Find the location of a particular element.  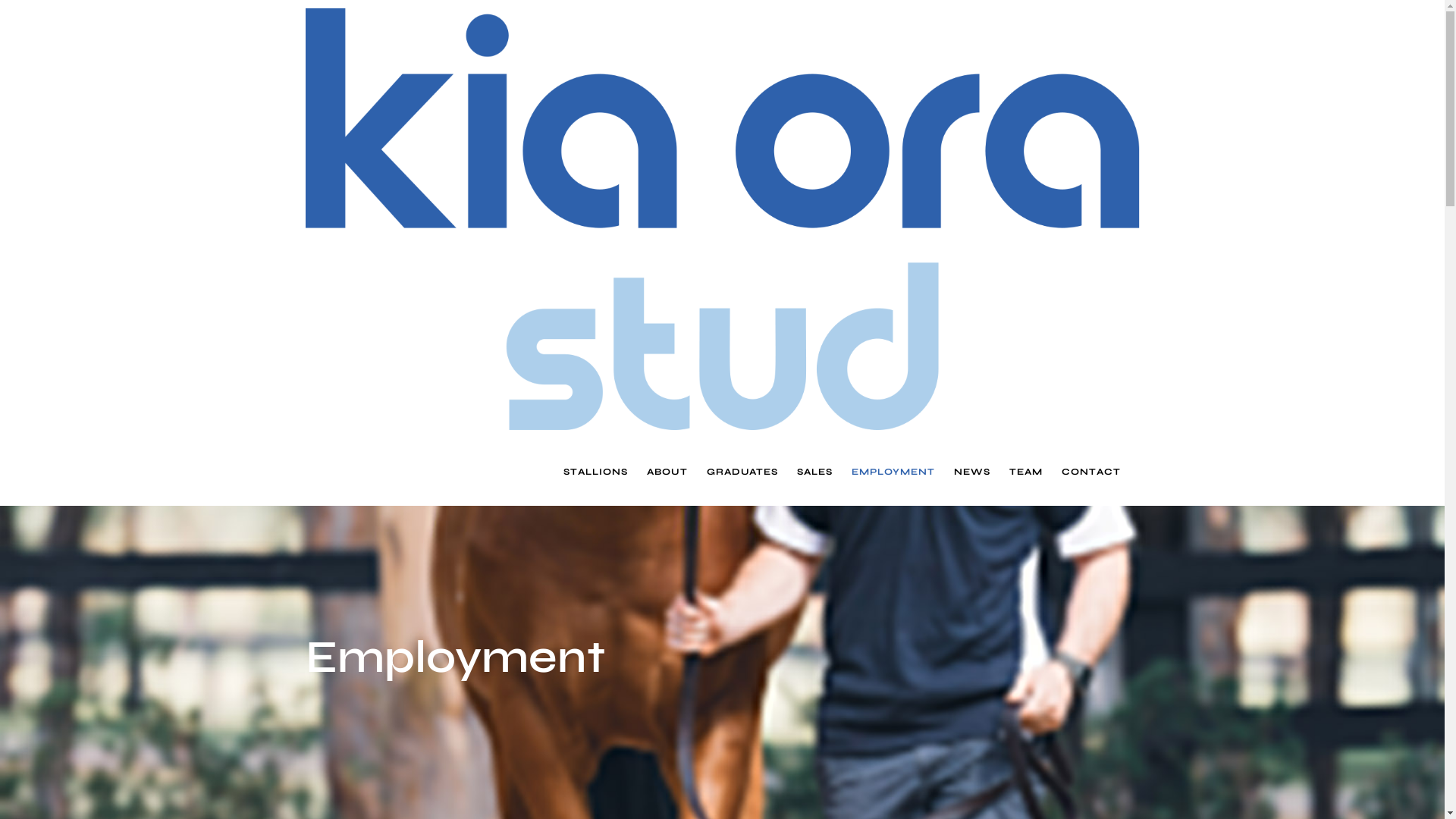

'STALLIONS' is located at coordinates (594, 470).